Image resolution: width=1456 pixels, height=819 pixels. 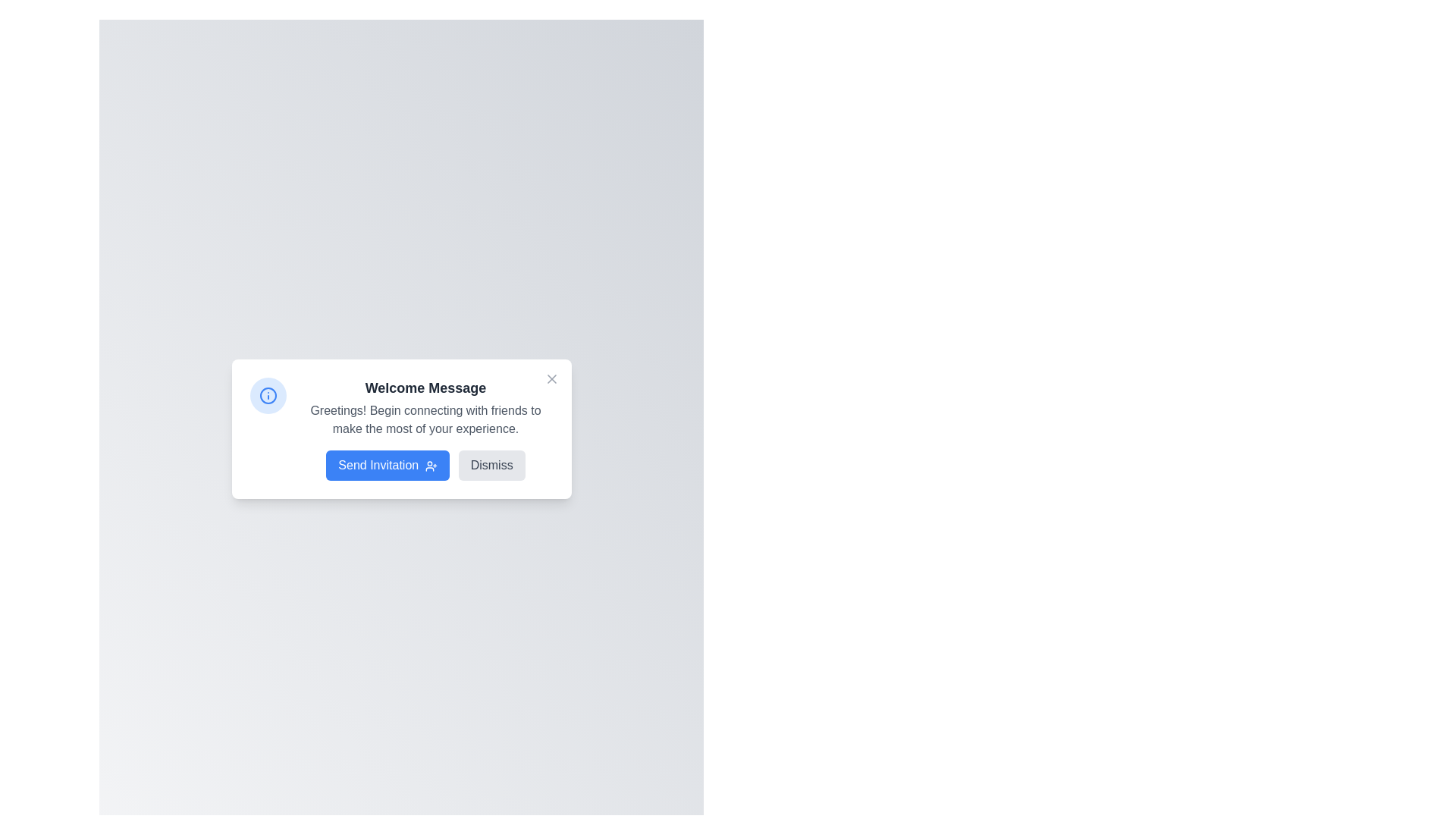 I want to click on the text block that reads 'Greetings! Begin connecting with friends to make the most of your experience.', which is located directly below the 'Welcome Message' title in the modal box, so click(x=425, y=420).